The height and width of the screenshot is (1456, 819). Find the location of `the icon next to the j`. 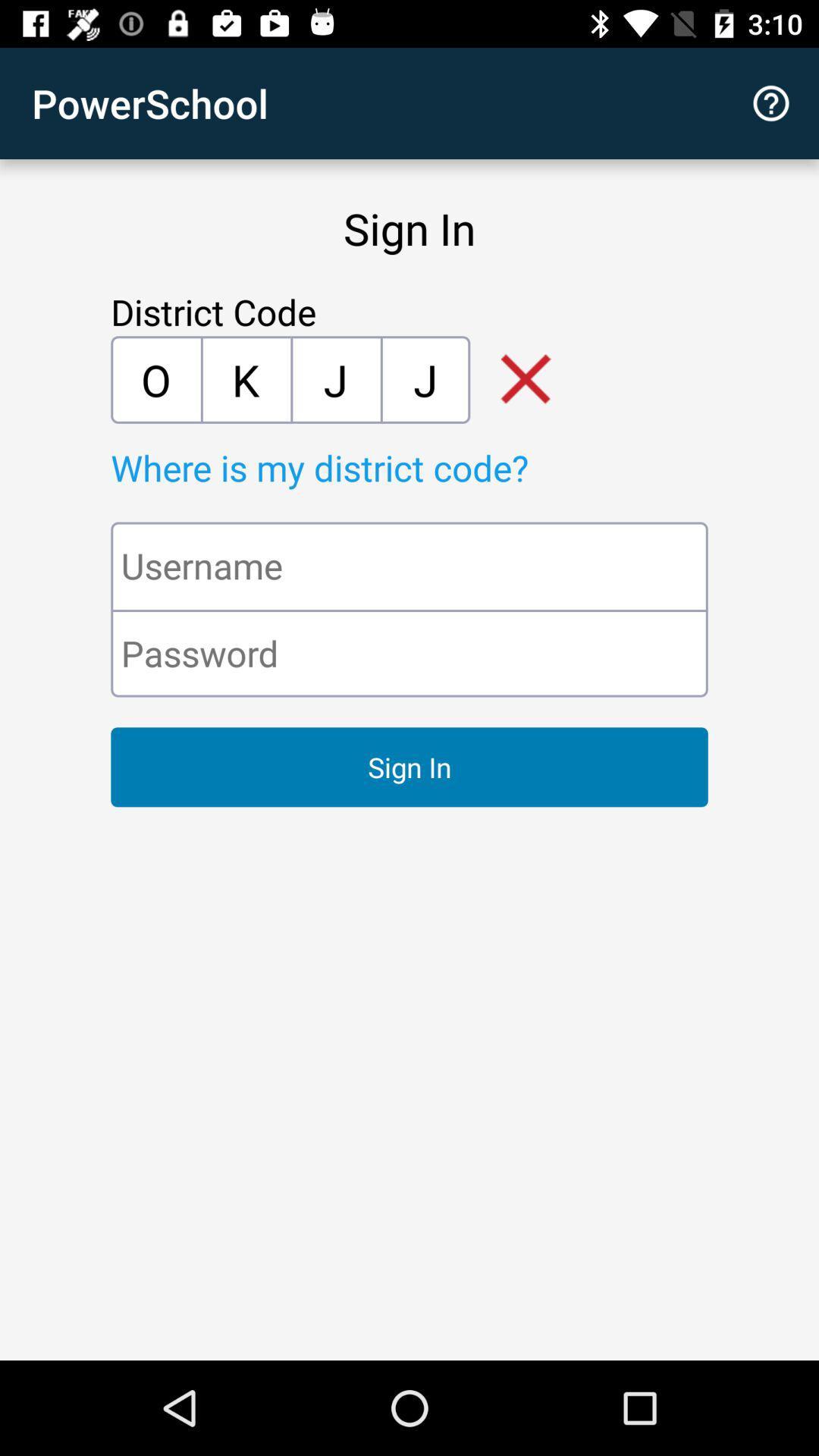

the icon next to the j is located at coordinates (245, 379).